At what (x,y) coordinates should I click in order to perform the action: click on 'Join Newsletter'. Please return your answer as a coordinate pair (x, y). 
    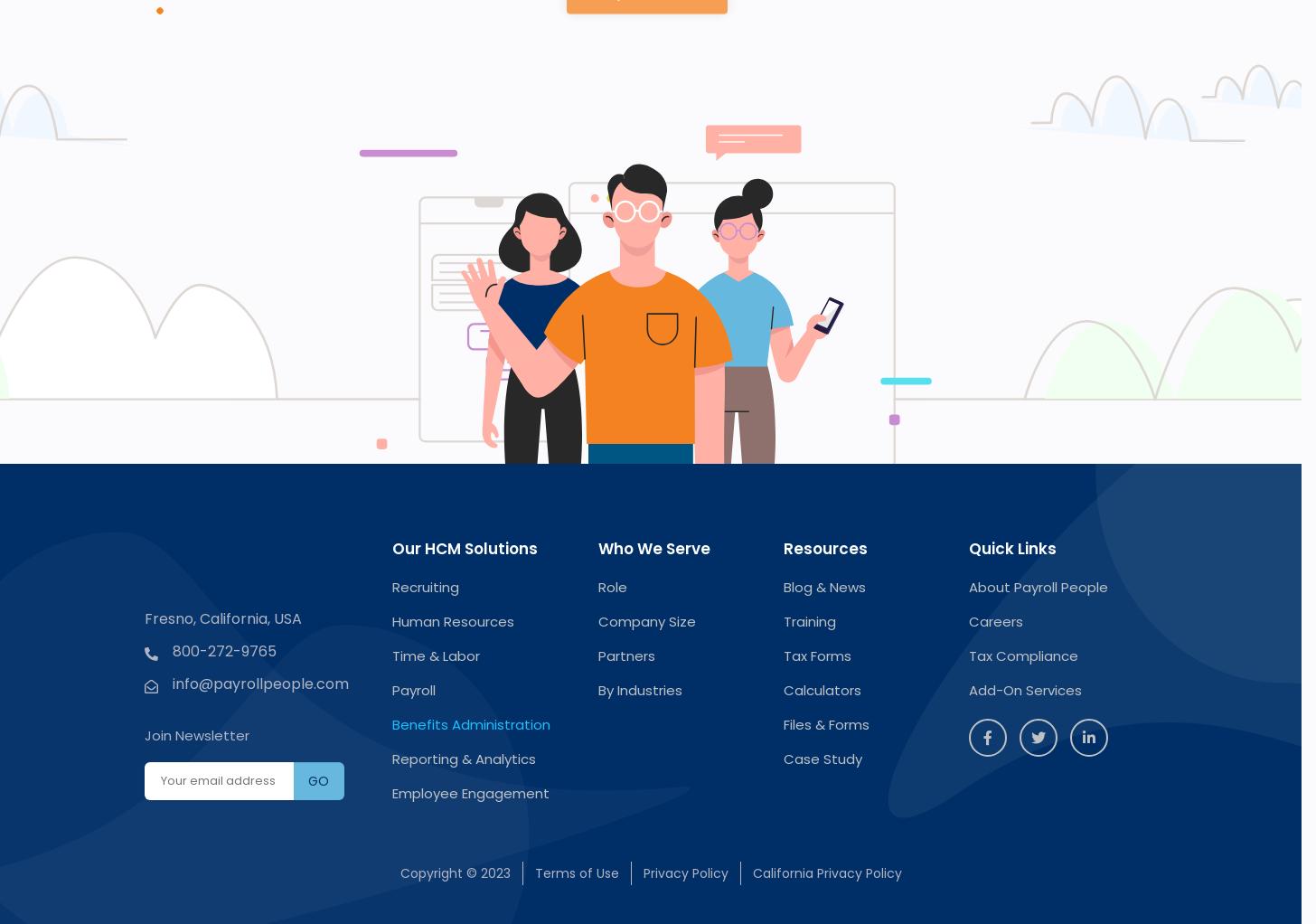
    Looking at the image, I should click on (196, 733).